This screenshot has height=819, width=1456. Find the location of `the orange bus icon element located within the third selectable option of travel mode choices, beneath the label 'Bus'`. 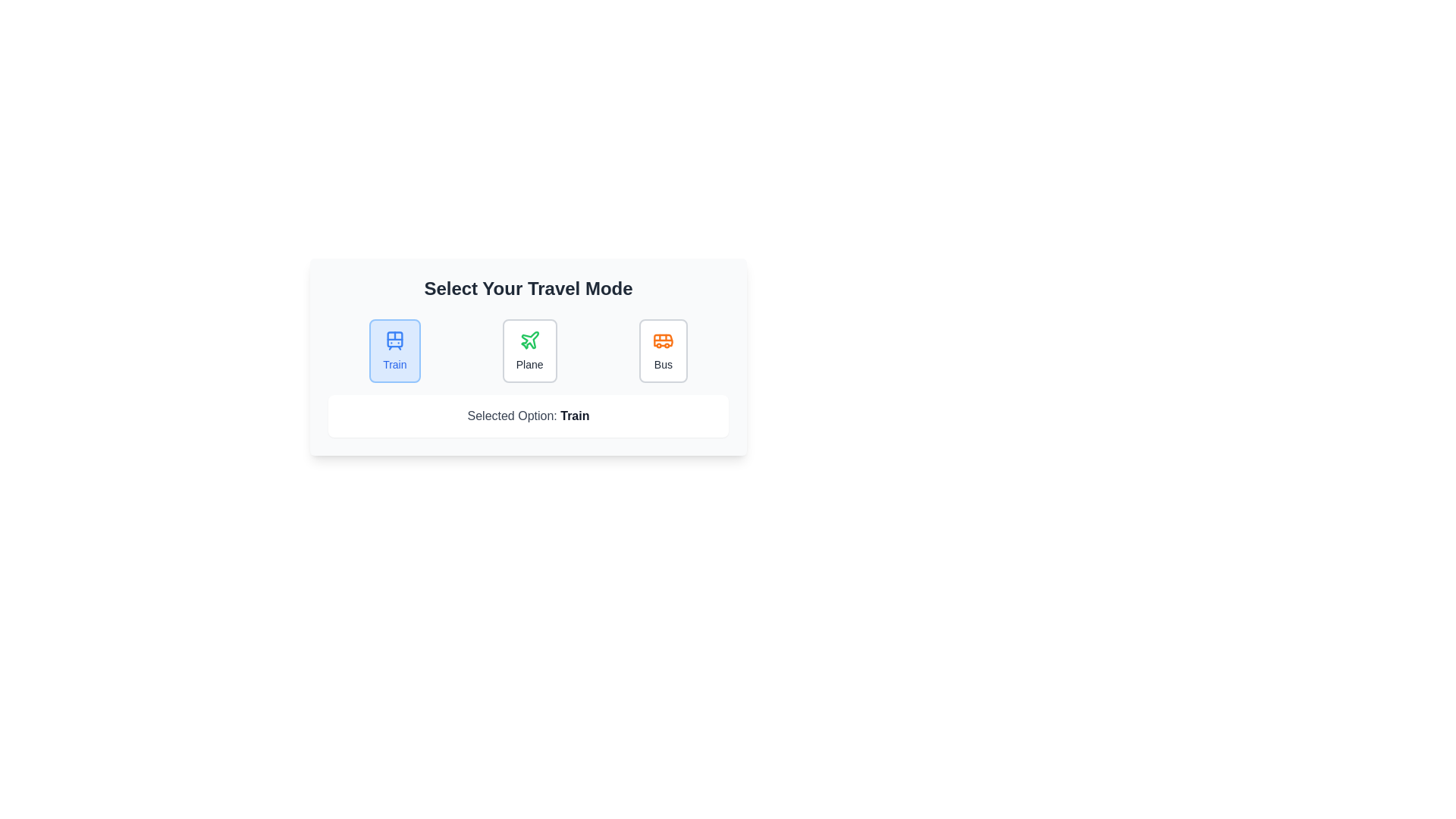

the orange bus icon element located within the third selectable option of travel mode choices, beneath the label 'Bus' is located at coordinates (663, 339).